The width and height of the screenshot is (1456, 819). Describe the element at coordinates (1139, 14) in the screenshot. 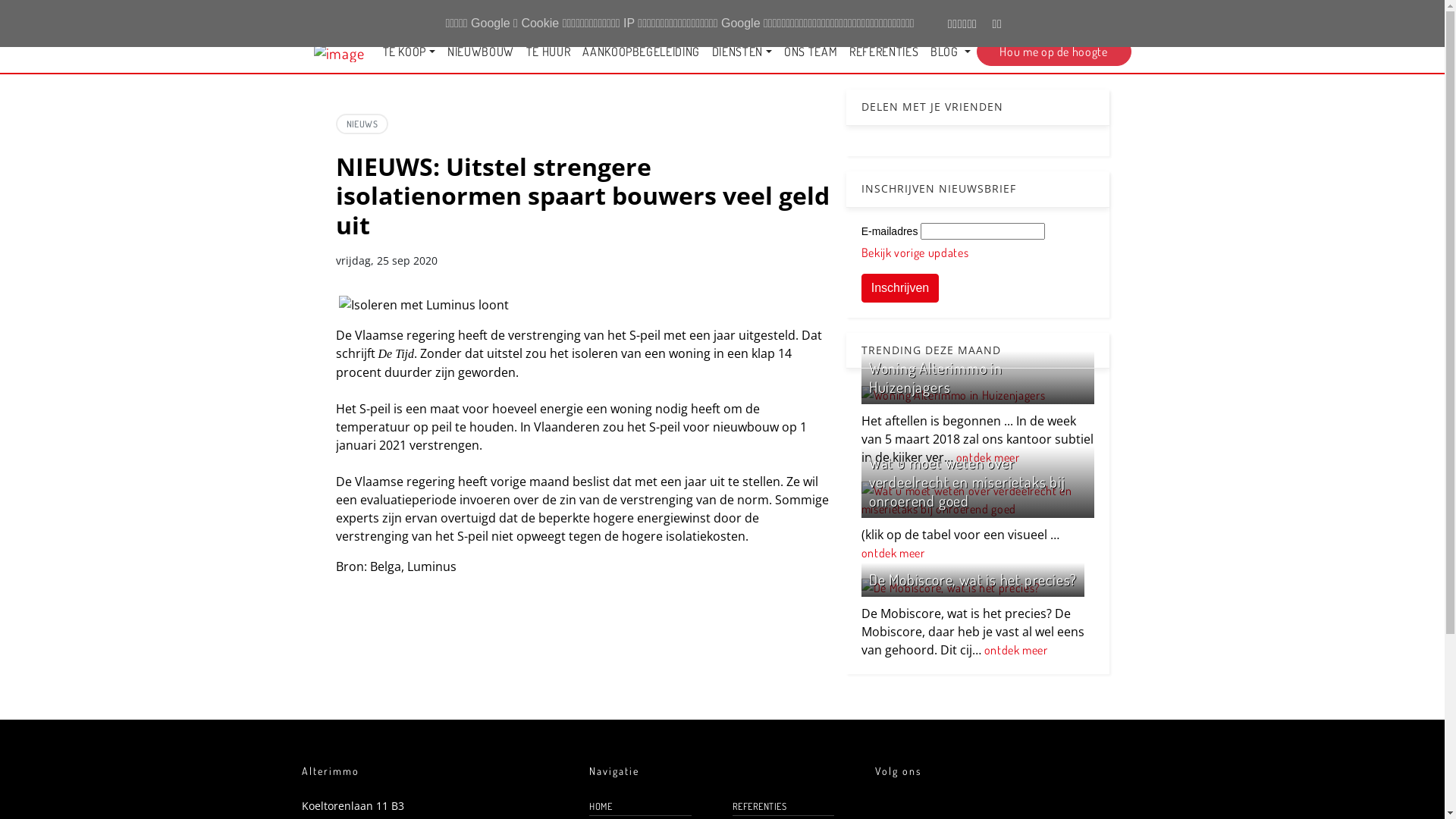

I see `' '` at that location.